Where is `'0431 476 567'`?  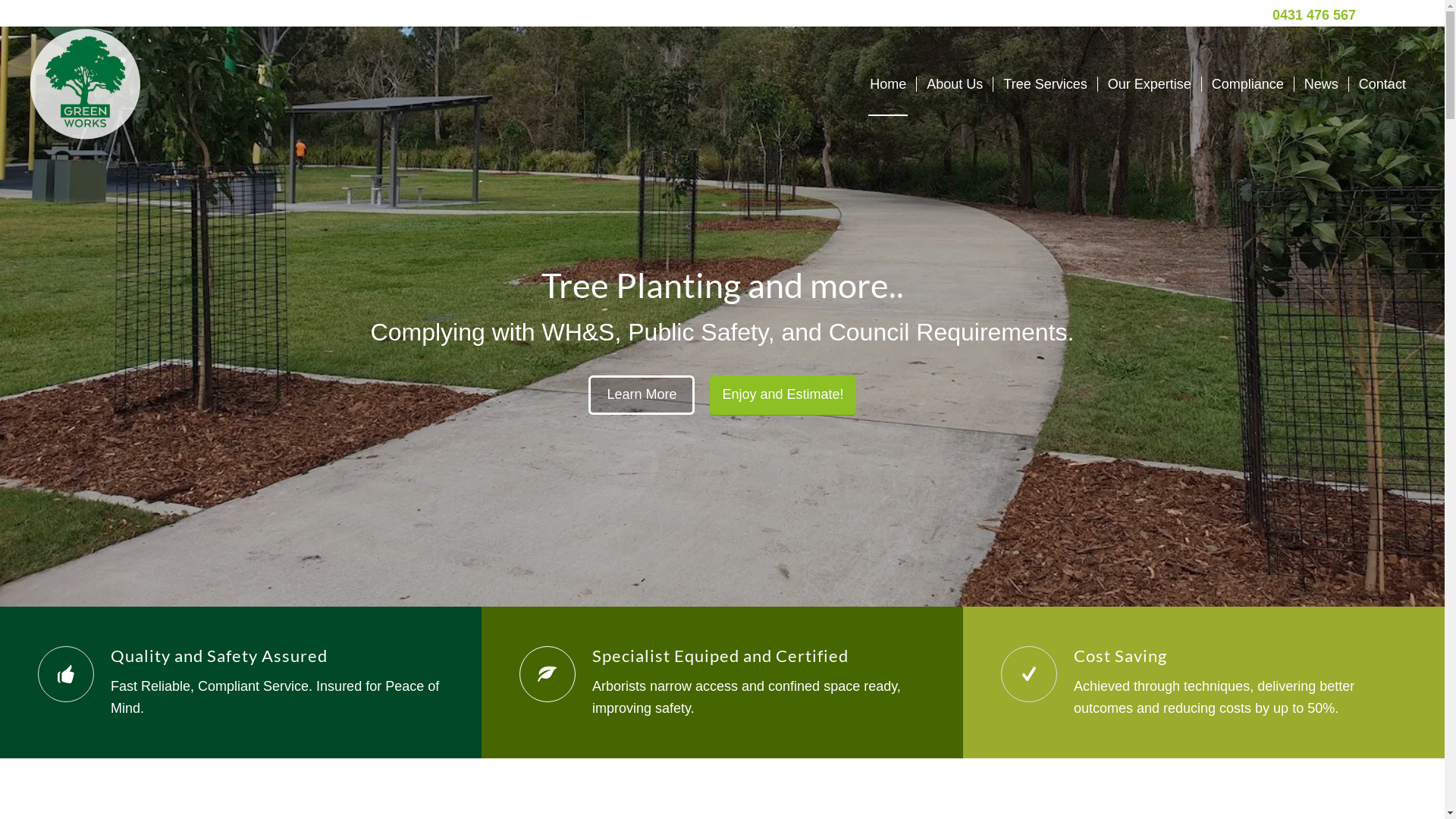
'0431 476 567' is located at coordinates (1313, 14).